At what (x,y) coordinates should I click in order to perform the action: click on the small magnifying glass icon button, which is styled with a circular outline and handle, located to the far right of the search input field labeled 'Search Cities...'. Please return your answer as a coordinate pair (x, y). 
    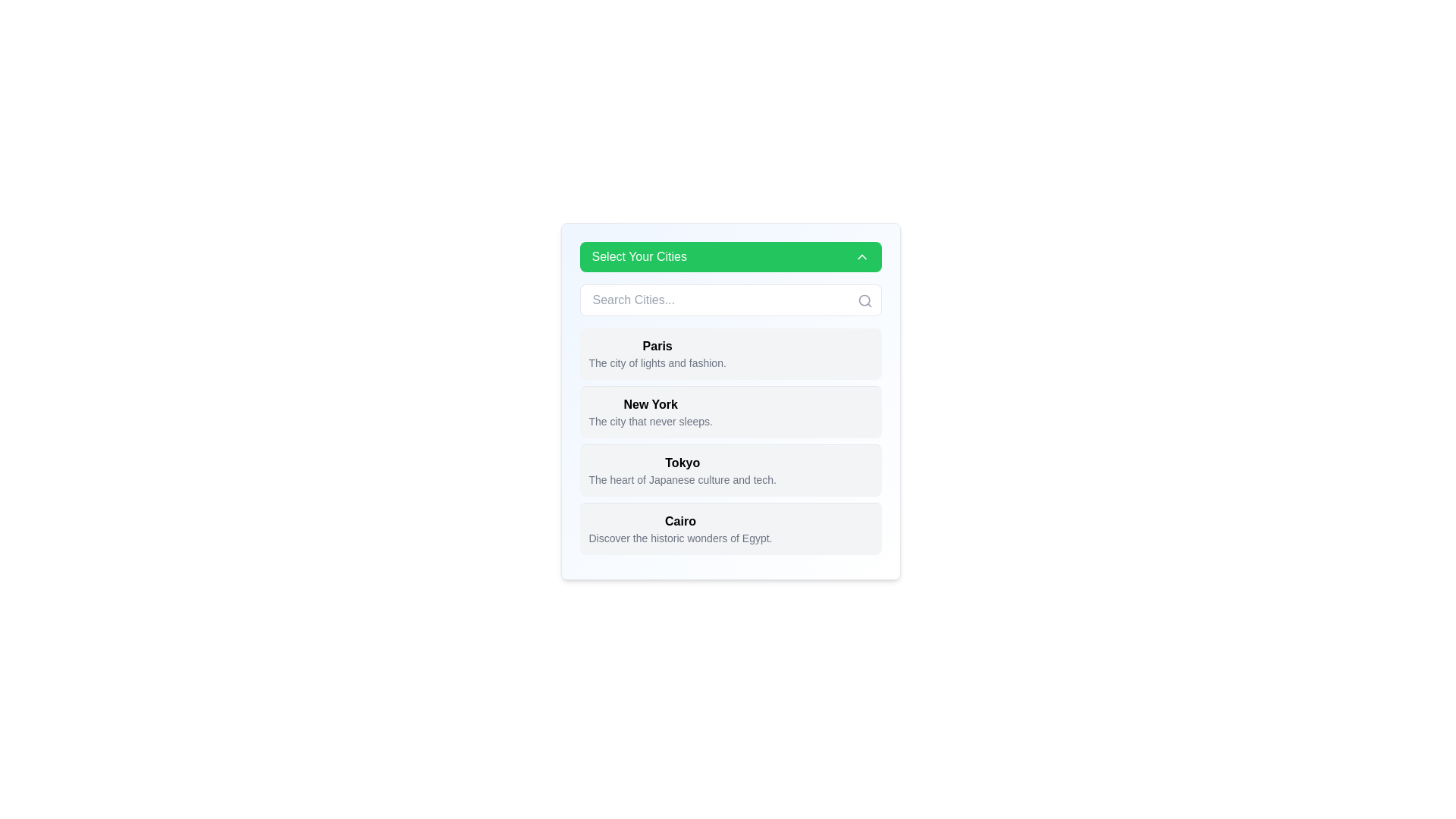
    Looking at the image, I should click on (864, 301).